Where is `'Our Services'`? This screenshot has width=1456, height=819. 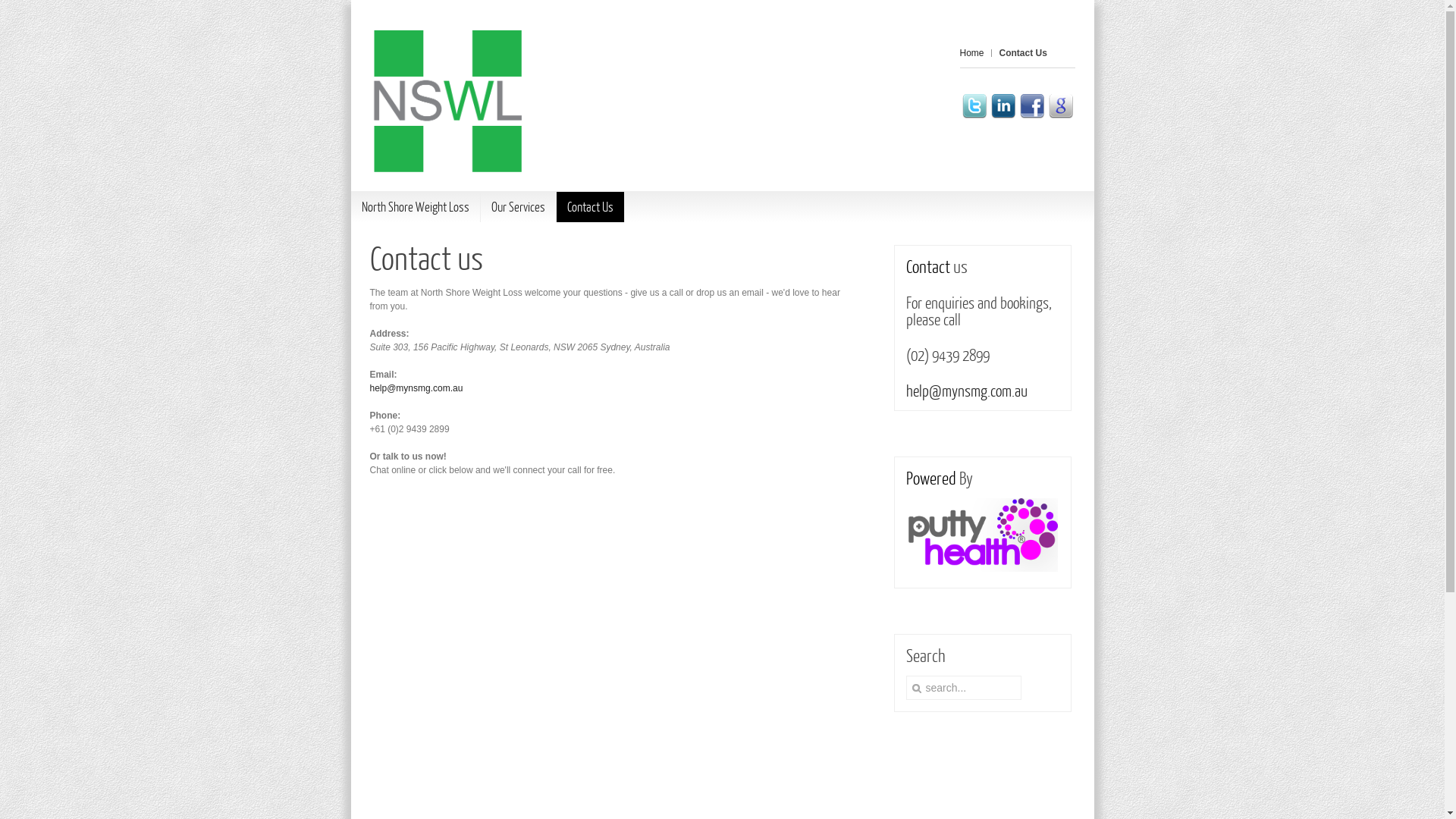 'Our Services' is located at coordinates (518, 207).